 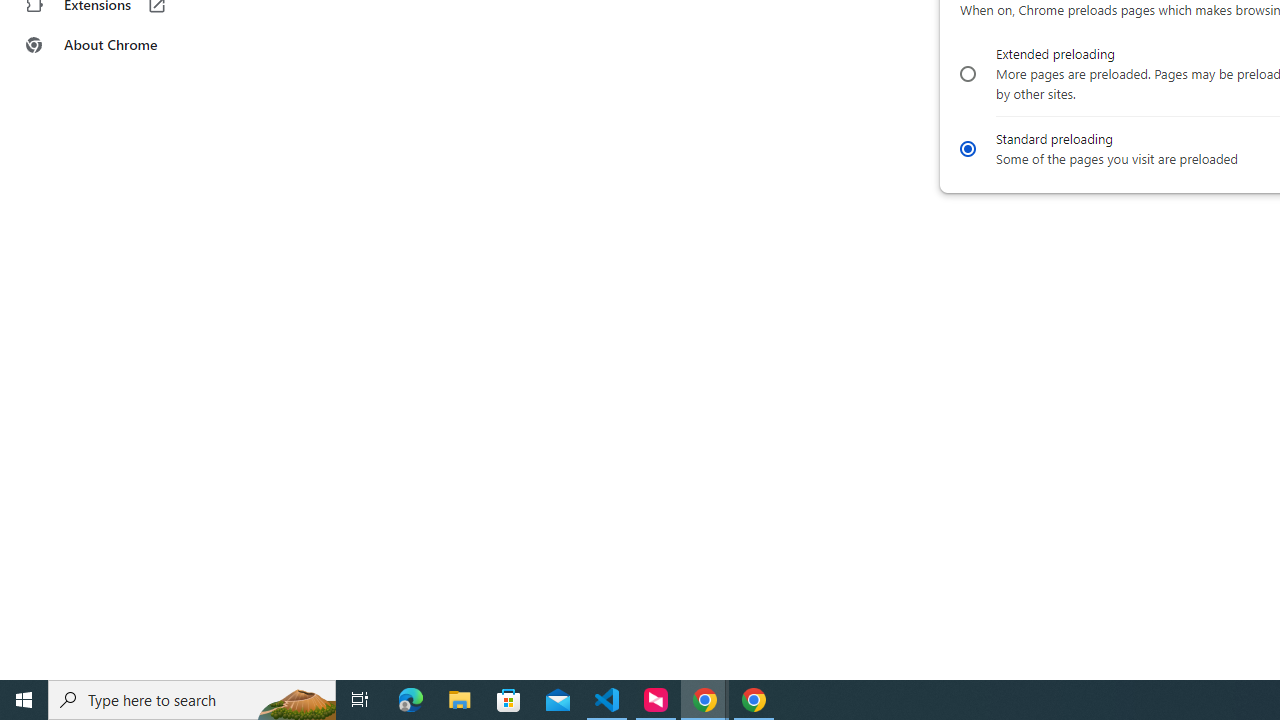 I want to click on 'About Chrome', so click(x=123, y=45).